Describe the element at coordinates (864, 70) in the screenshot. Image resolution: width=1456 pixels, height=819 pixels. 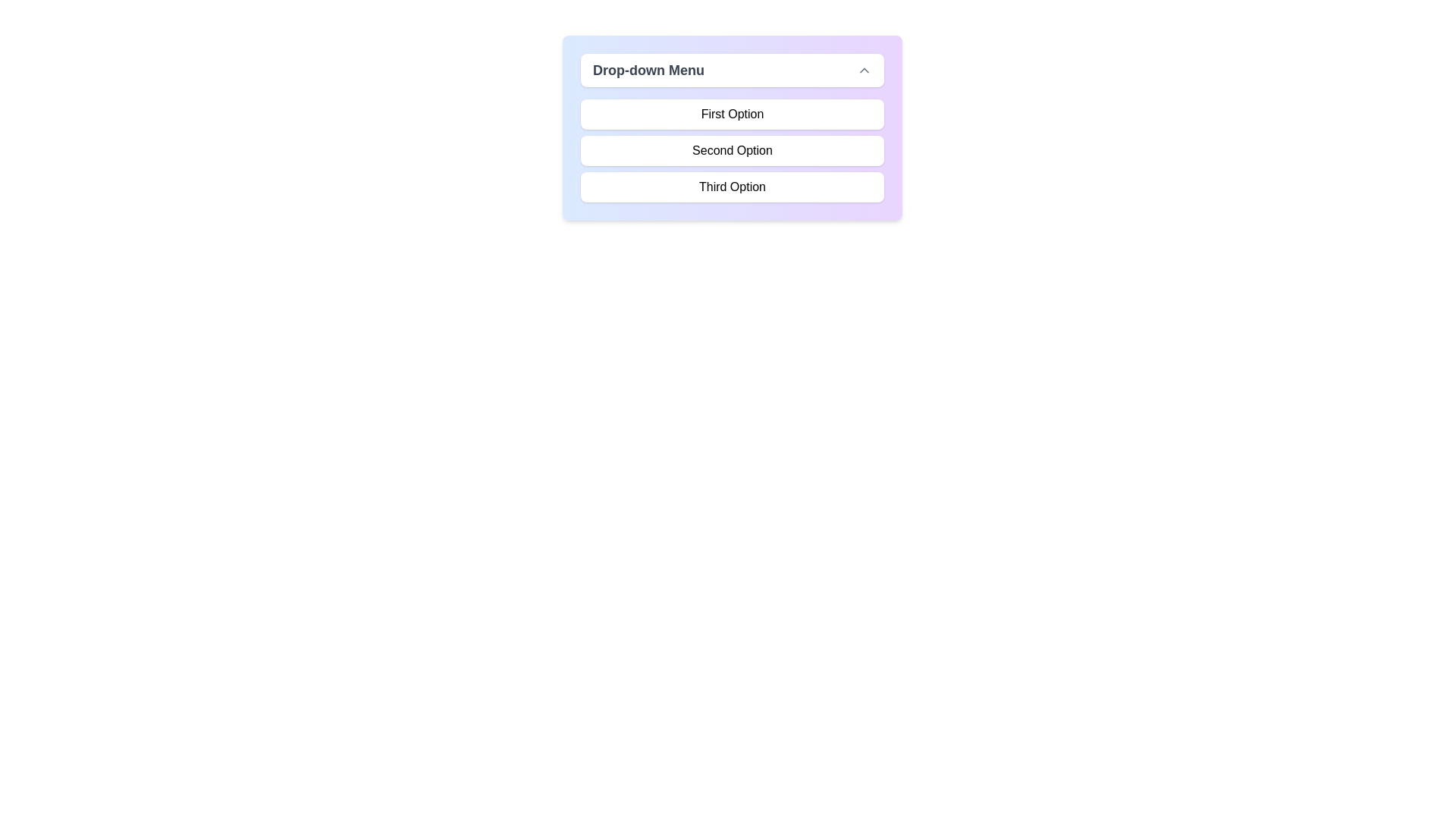
I see `the toggle-control button located at the top-right corner of the white rounded-rectangle header labeled 'Drop-down Menu'` at that location.